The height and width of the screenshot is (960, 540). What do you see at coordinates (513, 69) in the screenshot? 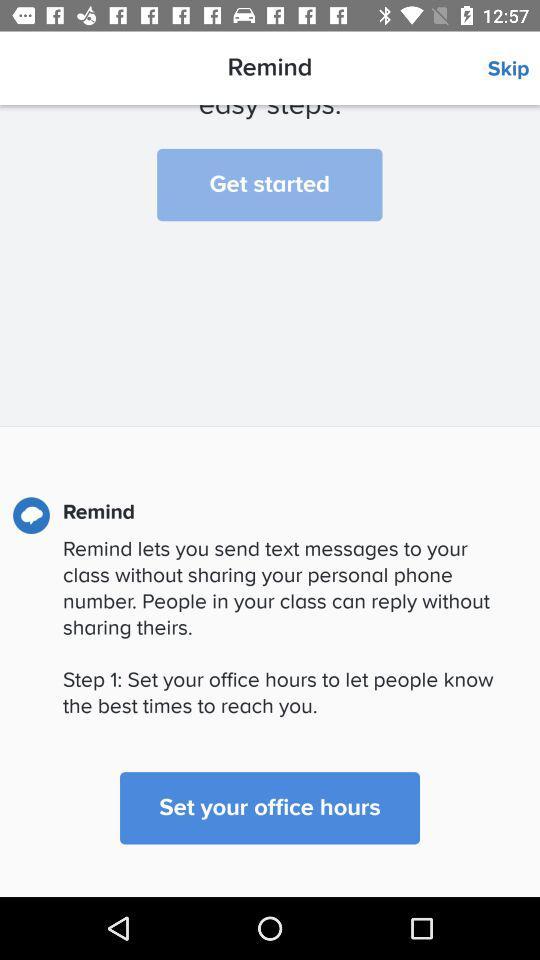
I see `the icon above the we ll help` at bounding box center [513, 69].